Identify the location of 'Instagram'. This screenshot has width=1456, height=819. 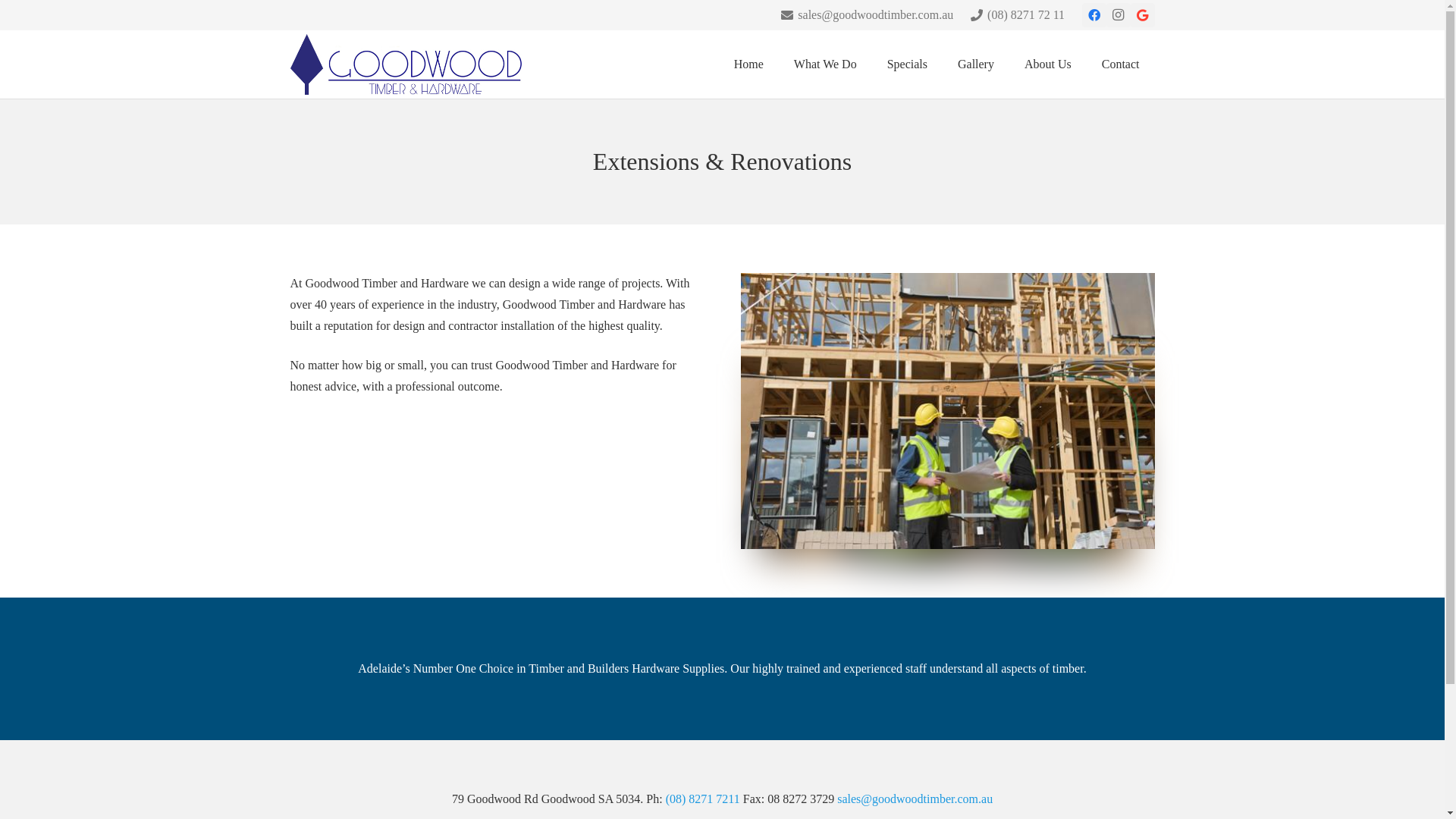
(1117, 14).